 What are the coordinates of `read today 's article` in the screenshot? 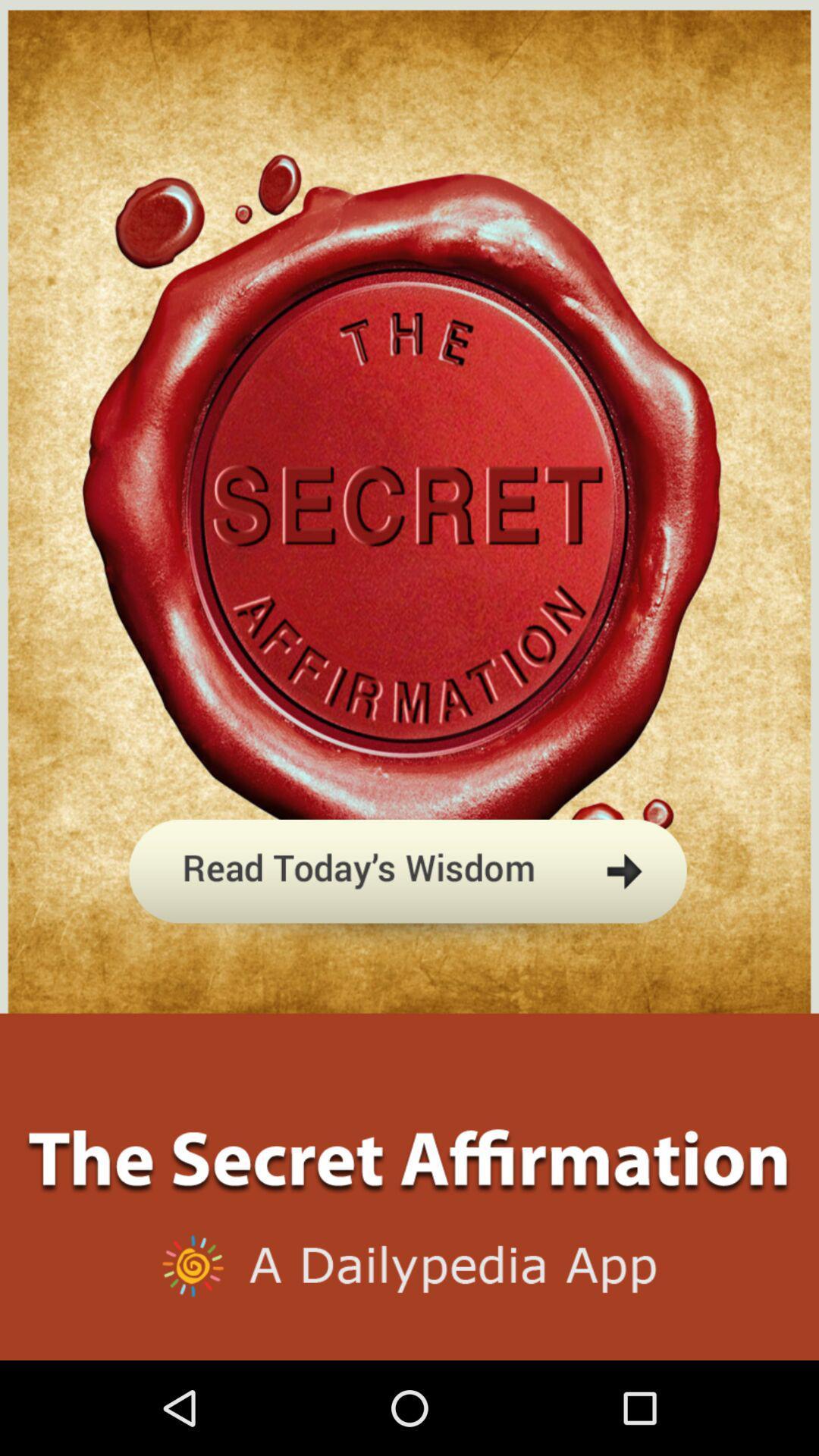 It's located at (408, 943).